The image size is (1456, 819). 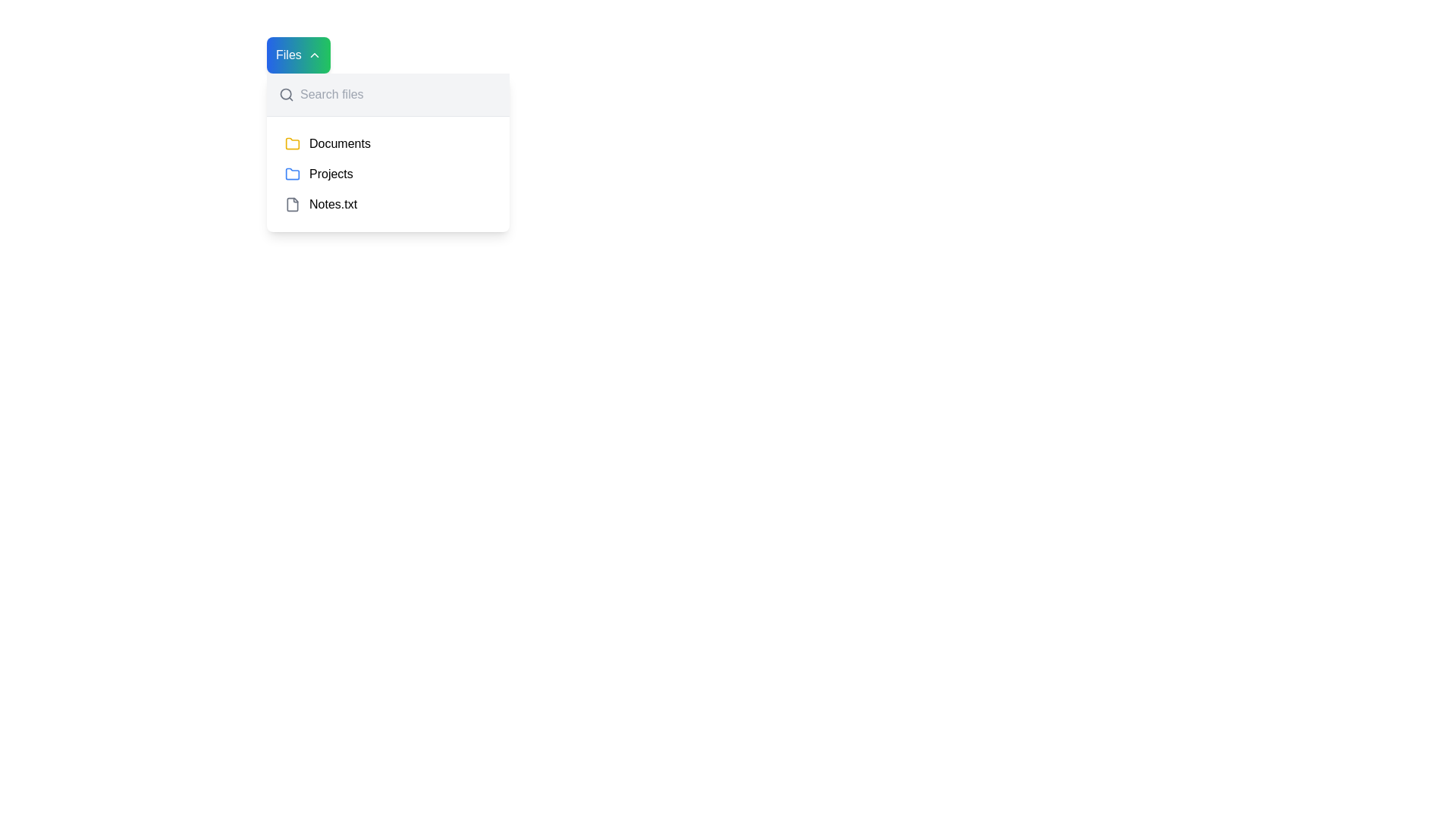 What do you see at coordinates (292, 205) in the screenshot?
I see `the file document icon located at the beginning of the 'Notes.txt' row, which is the third item in the vertical list of files and folders` at bounding box center [292, 205].